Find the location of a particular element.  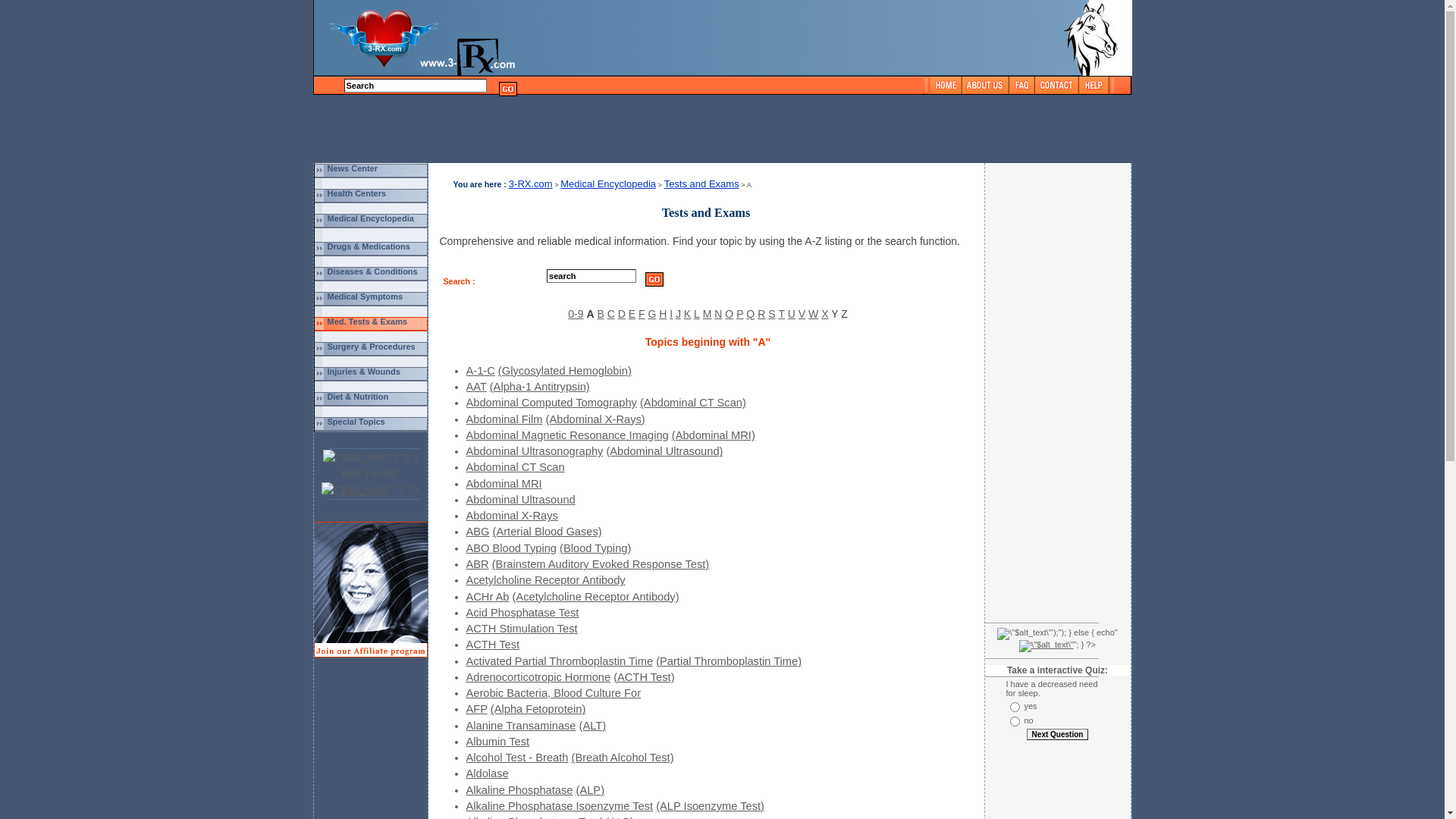

'A-1-C' is located at coordinates (465, 371).